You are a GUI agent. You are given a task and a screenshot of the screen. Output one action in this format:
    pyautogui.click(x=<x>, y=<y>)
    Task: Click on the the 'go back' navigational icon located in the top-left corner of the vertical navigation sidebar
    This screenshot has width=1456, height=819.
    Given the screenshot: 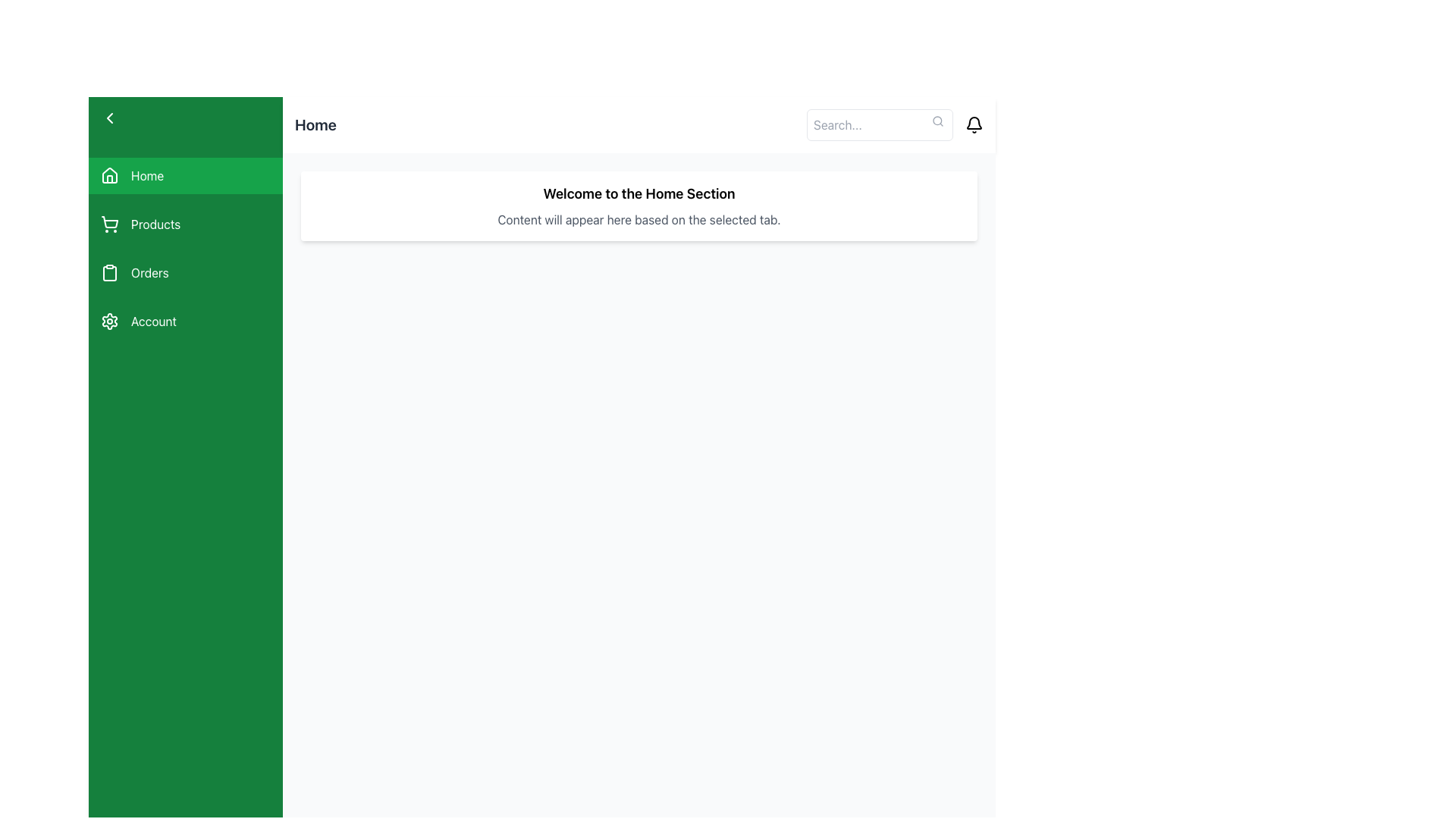 What is the action you would take?
    pyautogui.click(x=108, y=117)
    